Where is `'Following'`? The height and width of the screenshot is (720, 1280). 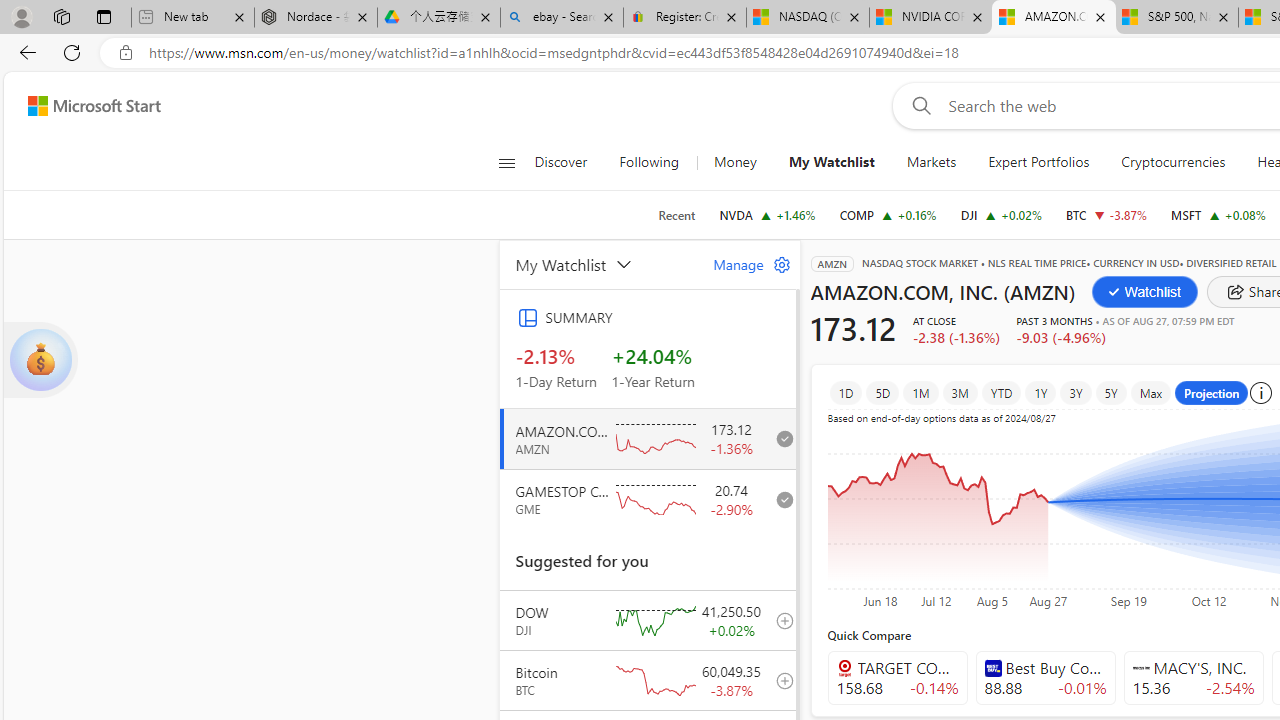 'Following' is located at coordinates (648, 162).